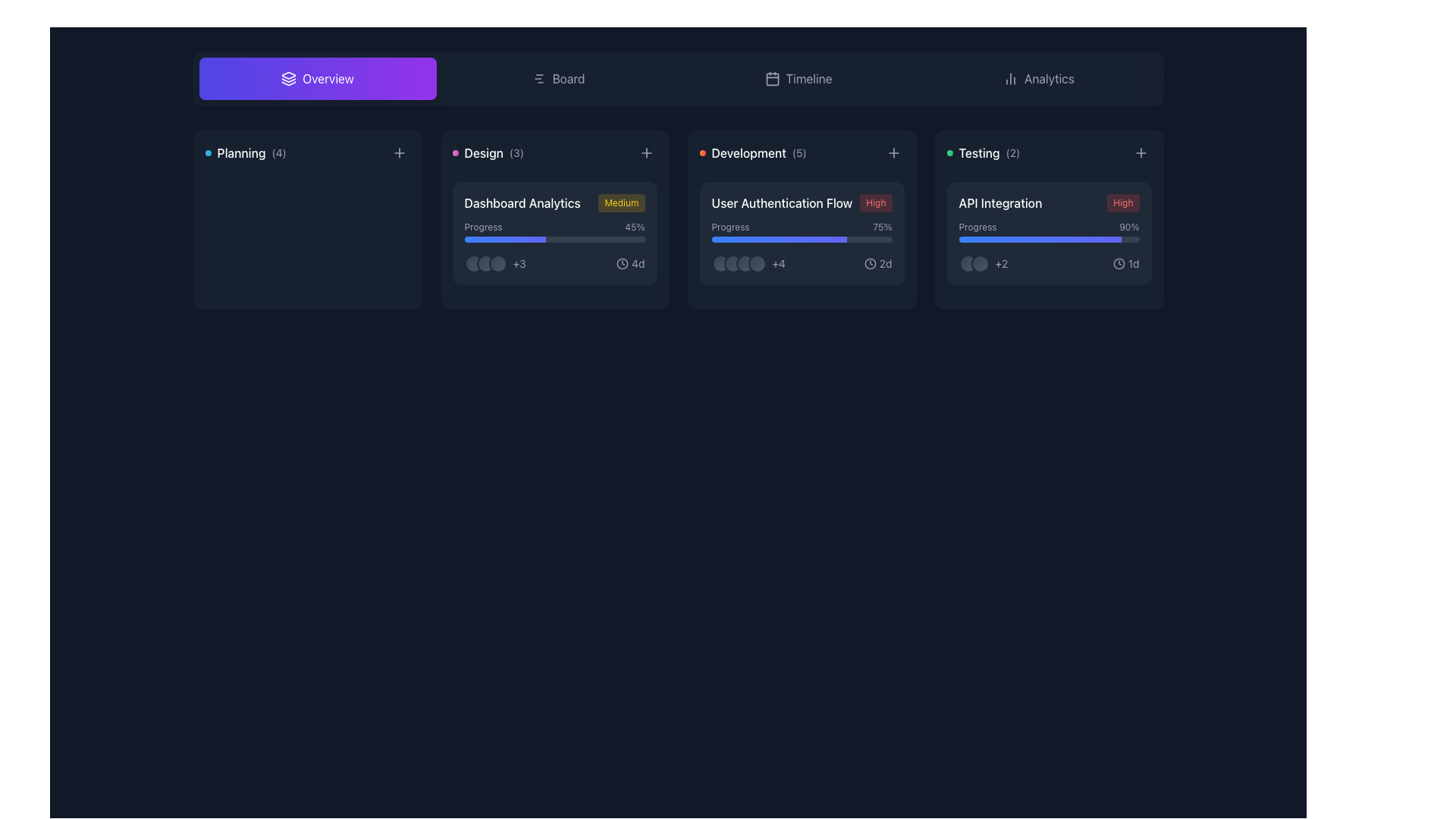  I want to click on the 'Analytics' button in the navigation bar for visual feedback, which displays the text 'Analytics' in lighter gray color and an icon resembling a bar chart to its left, so click(1037, 79).